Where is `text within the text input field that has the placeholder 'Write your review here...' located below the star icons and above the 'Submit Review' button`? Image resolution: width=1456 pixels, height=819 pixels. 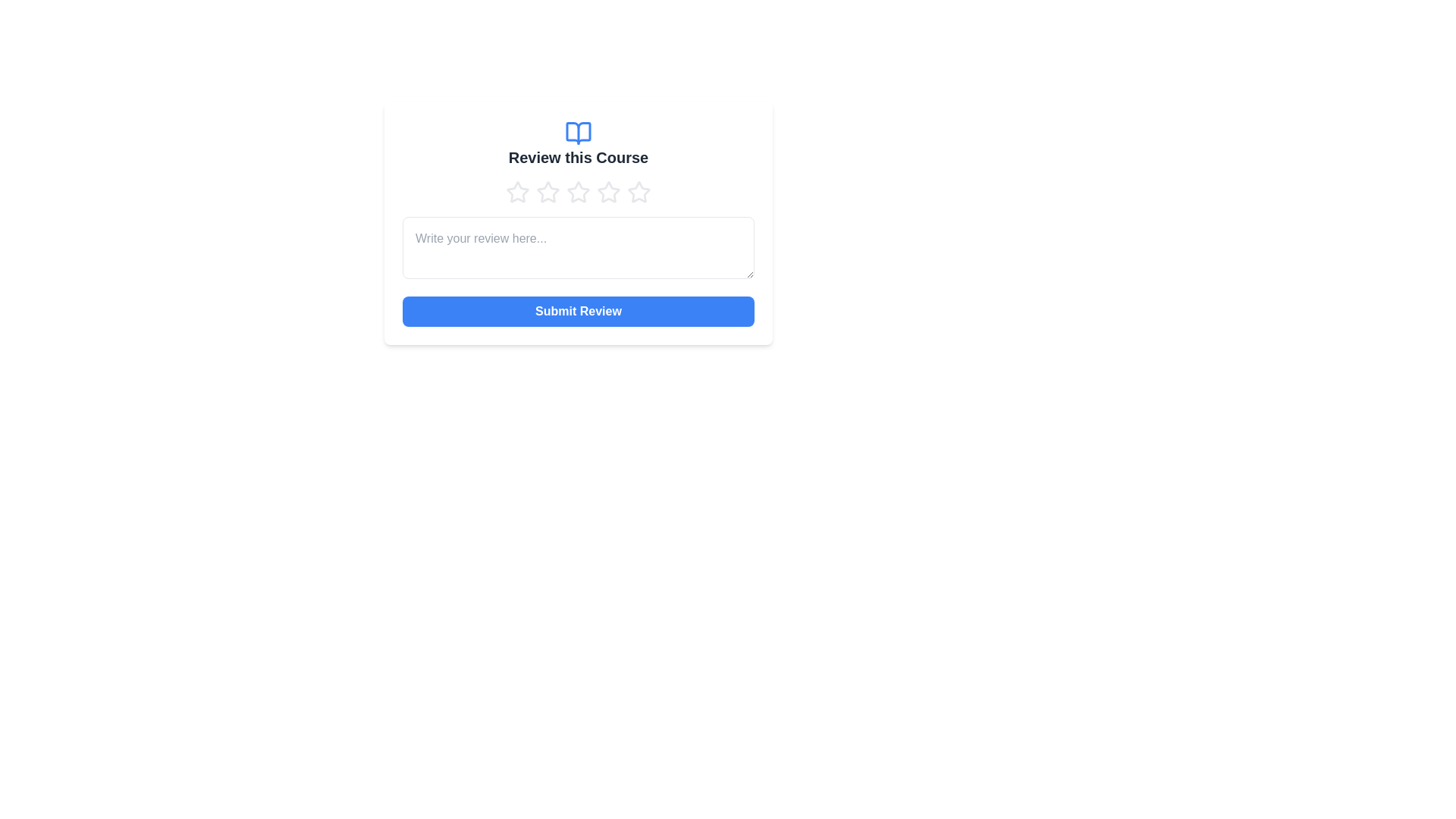 text within the text input field that has the placeholder 'Write your review here...' located below the star icons and above the 'Submit Review' button is located at coordinates (578, 222).